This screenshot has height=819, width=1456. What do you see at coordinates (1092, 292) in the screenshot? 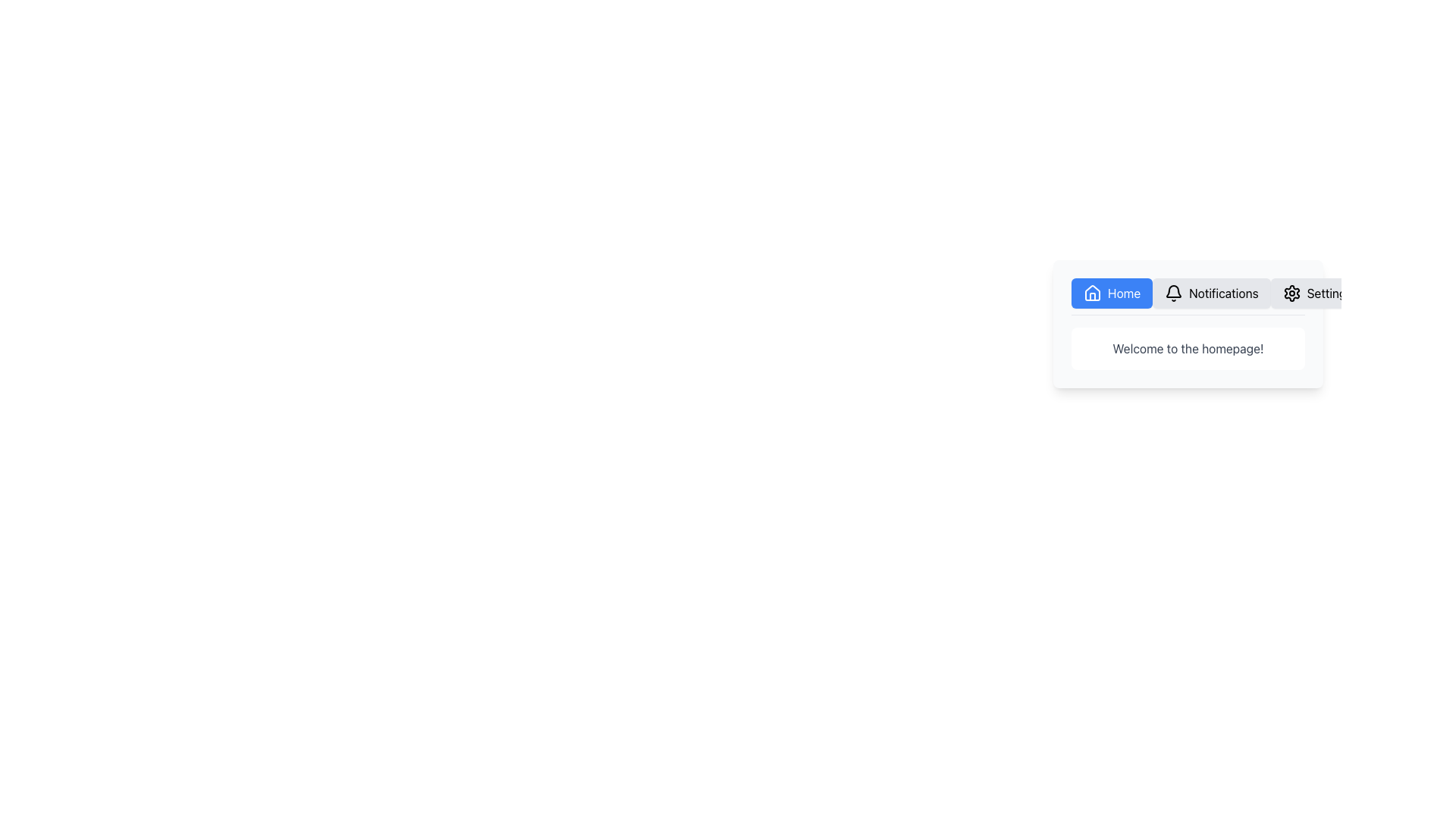
I see `the decorative vector graphic icon representing the 'Home' button located in the navigation bar at the top-left corner of the interface` at bounding box center [1092, 292].